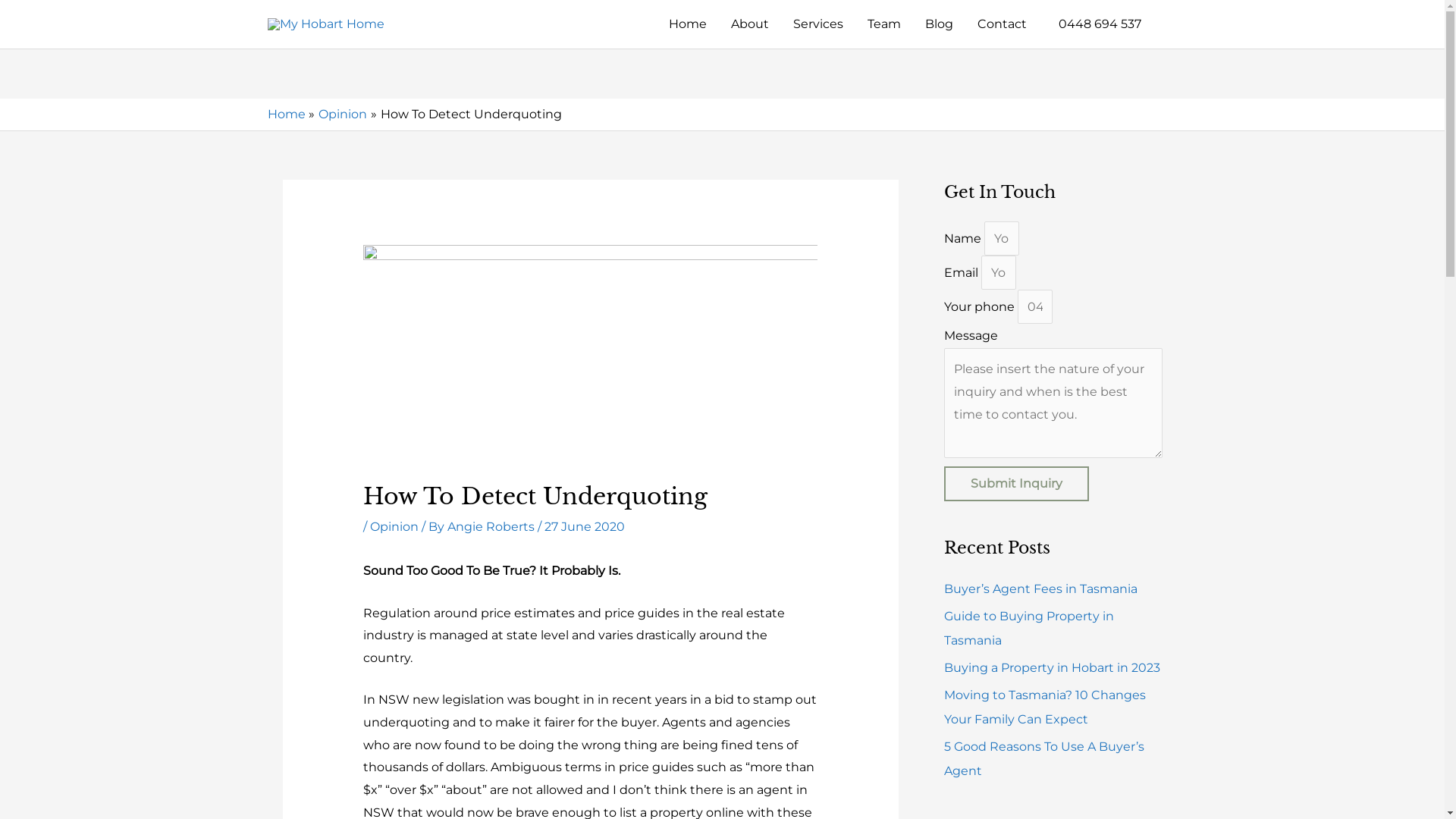 The image size is (1456, 819). I want to click on 'Guide to Buying Property in Tasmania', so click(1028, 628).